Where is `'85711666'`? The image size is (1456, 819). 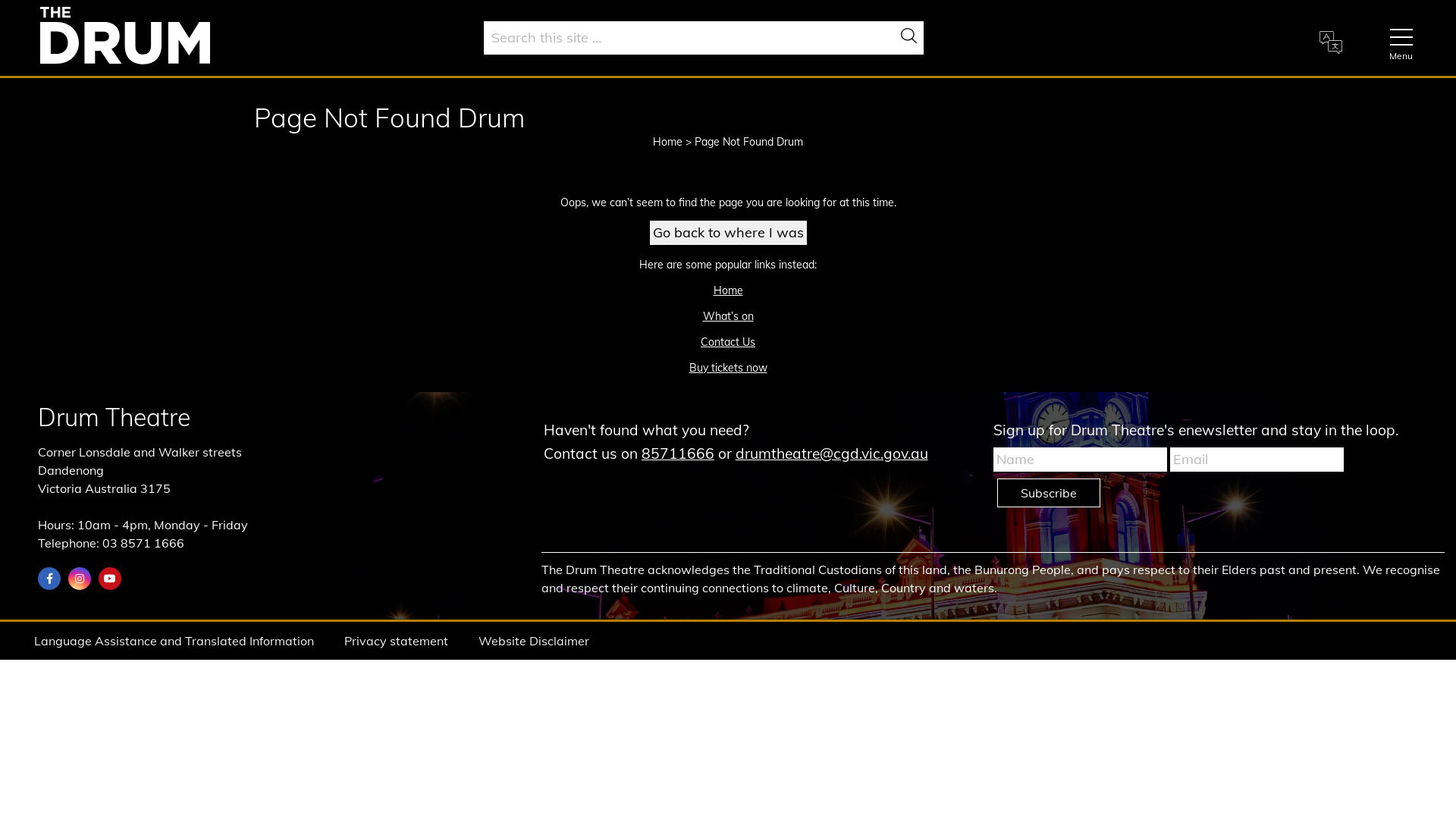 '85711666' is located at coordinates (676, 452).